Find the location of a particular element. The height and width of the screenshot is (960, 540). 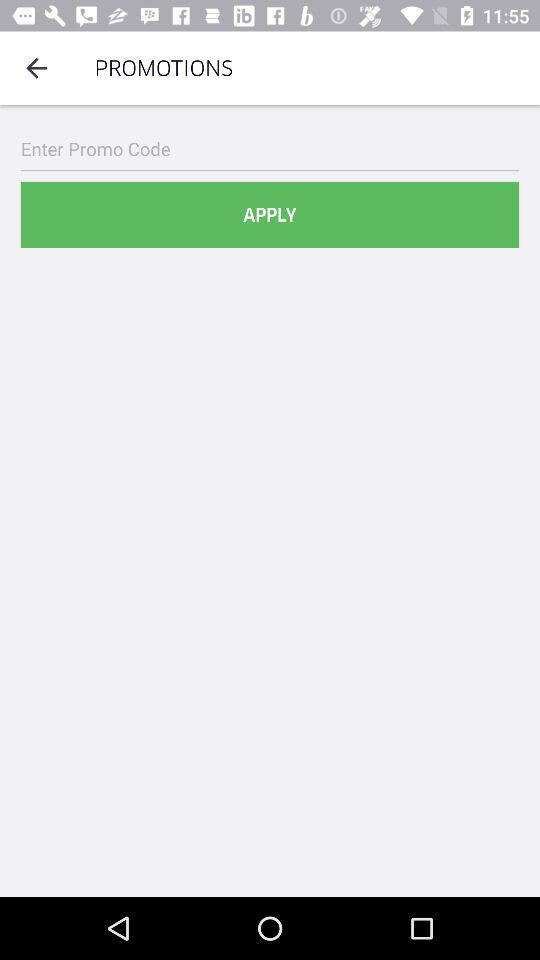

item above apply item is located at coordinates (270, 147).